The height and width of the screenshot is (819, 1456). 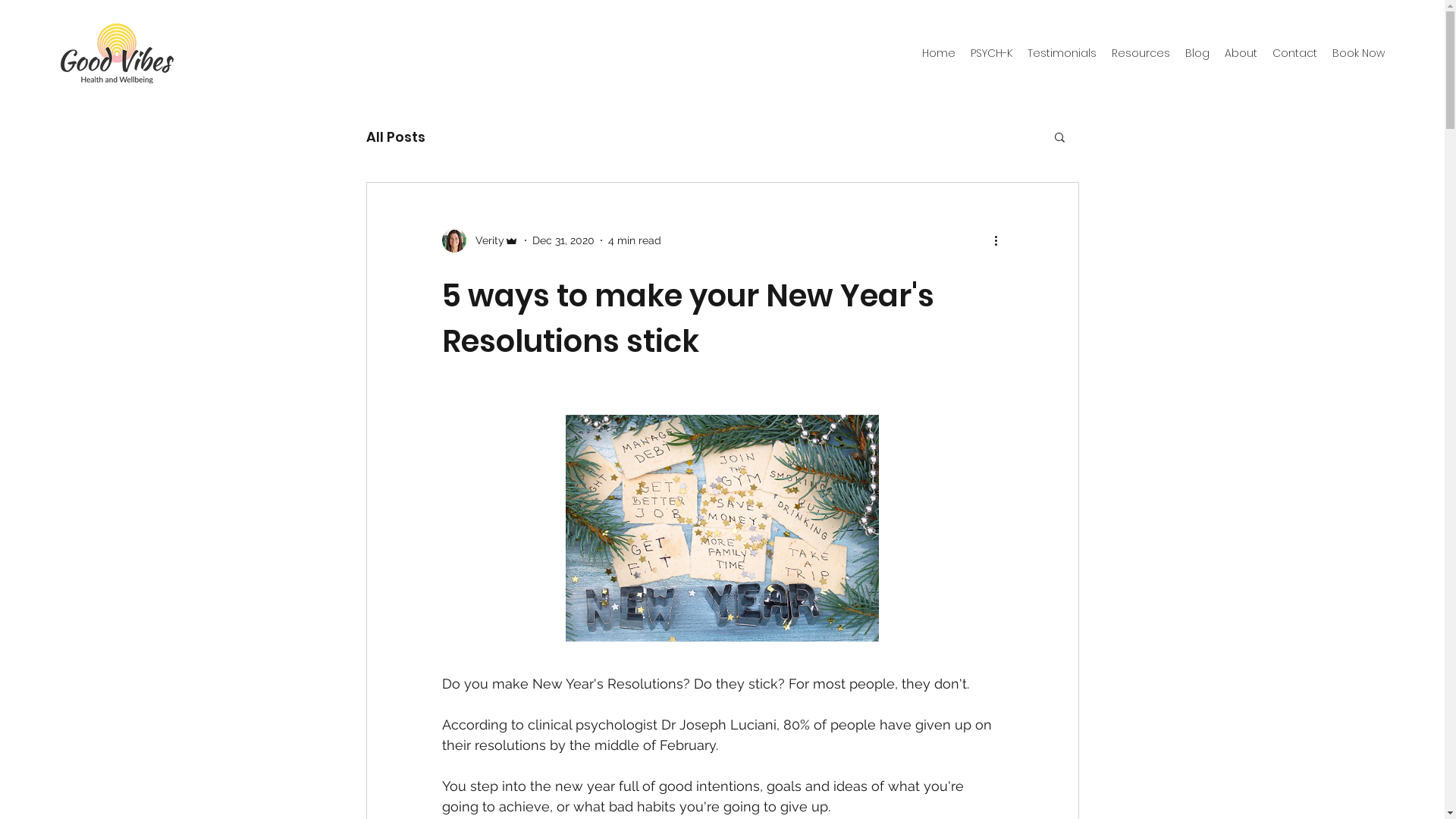 What do you see at coordinates (395, 135) in the screenshot?
I see `'All Posts'` at bounding box center [395, 135].